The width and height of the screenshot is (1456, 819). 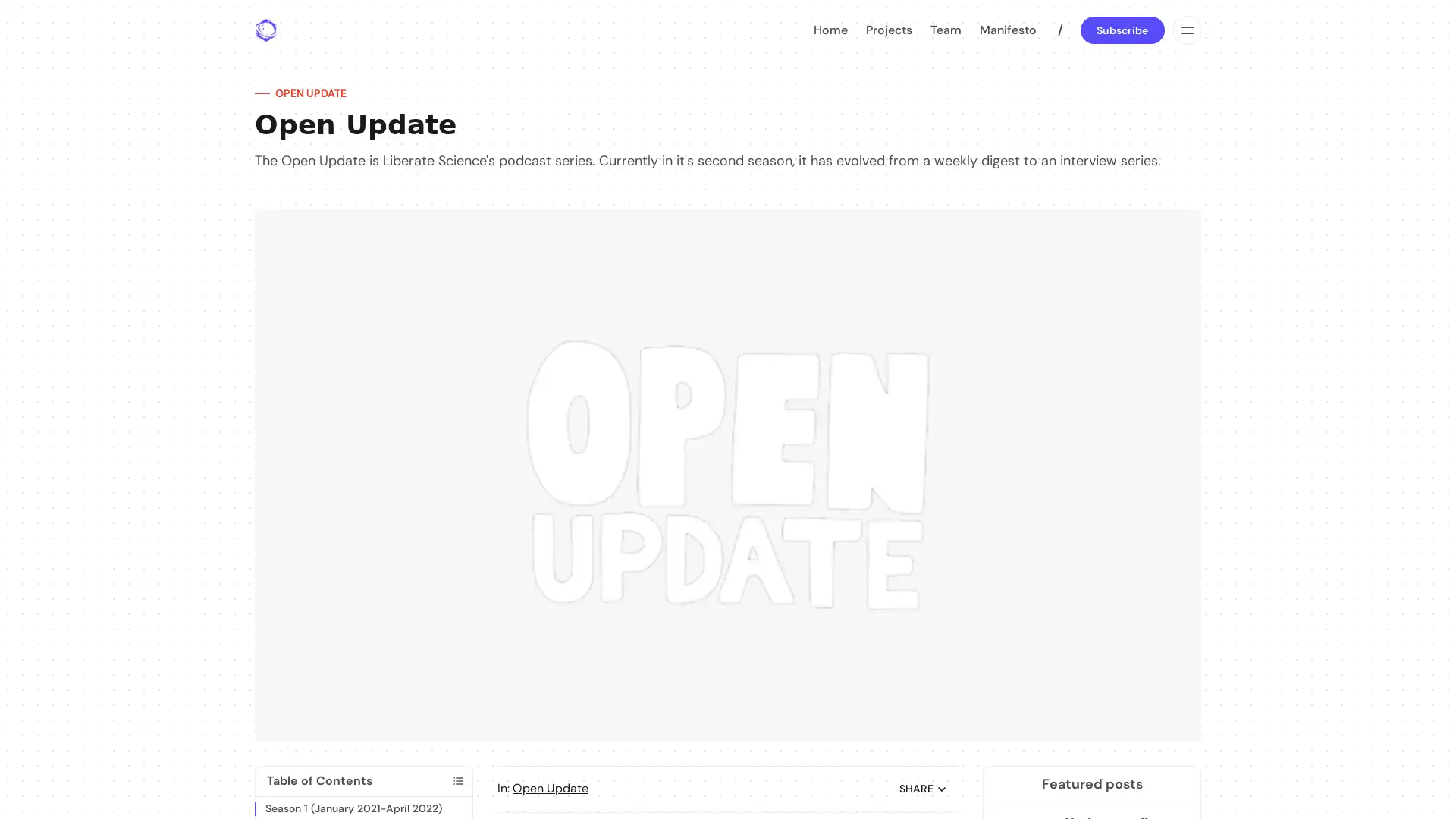 What do you see at coordinates (1185, 30) in the screenshot?
I see `Menu` at bounding box center [1185, 30].